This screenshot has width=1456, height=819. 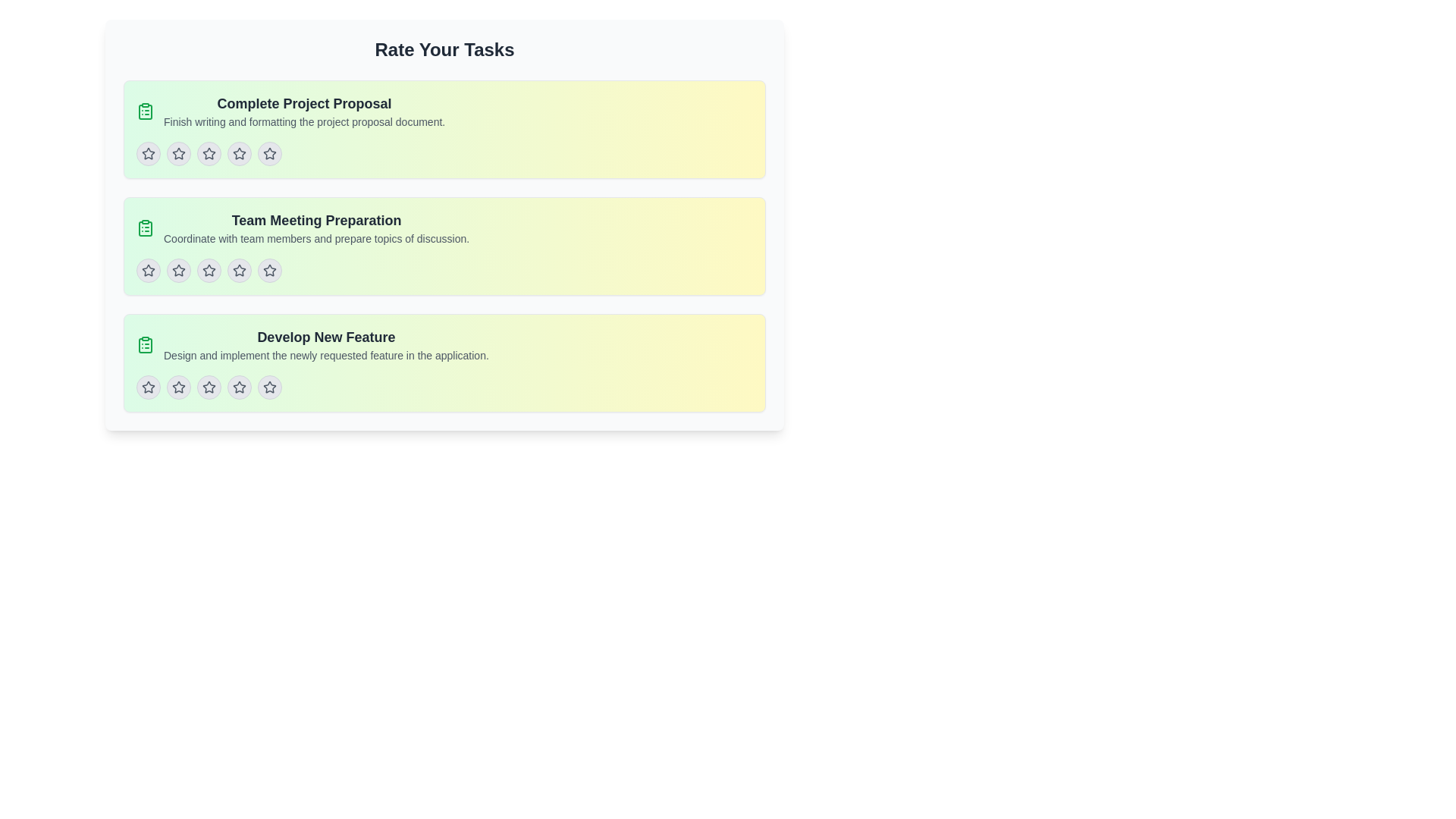 What do you see at coordinates (208, 153) in the screenshot?
I see `the second rating star icon in the rating section under 'Complete Project Proposal'` at bounding box center [208, 153].